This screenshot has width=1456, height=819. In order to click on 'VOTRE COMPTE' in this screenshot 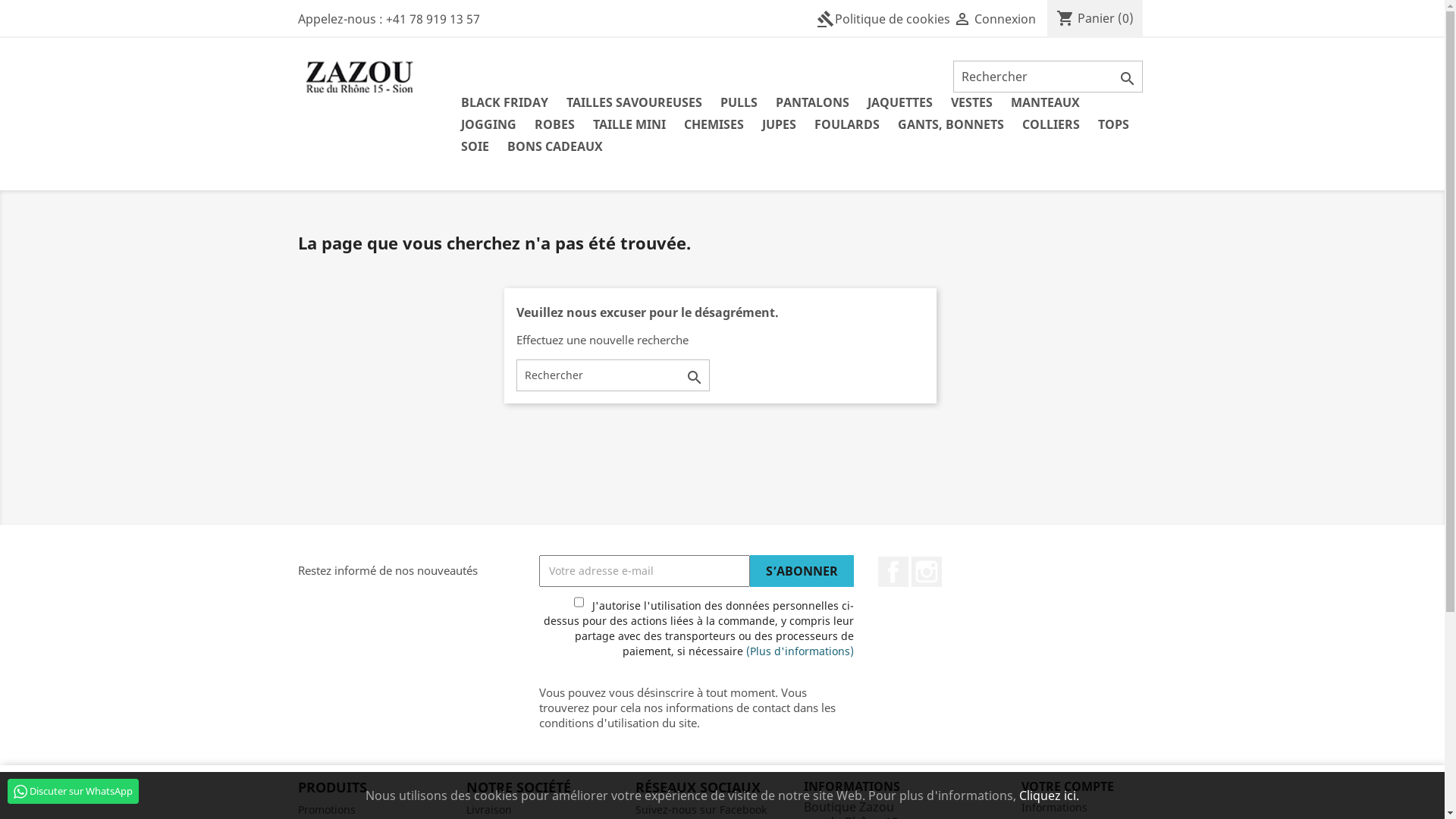, I will do `click(1021, 786)`.